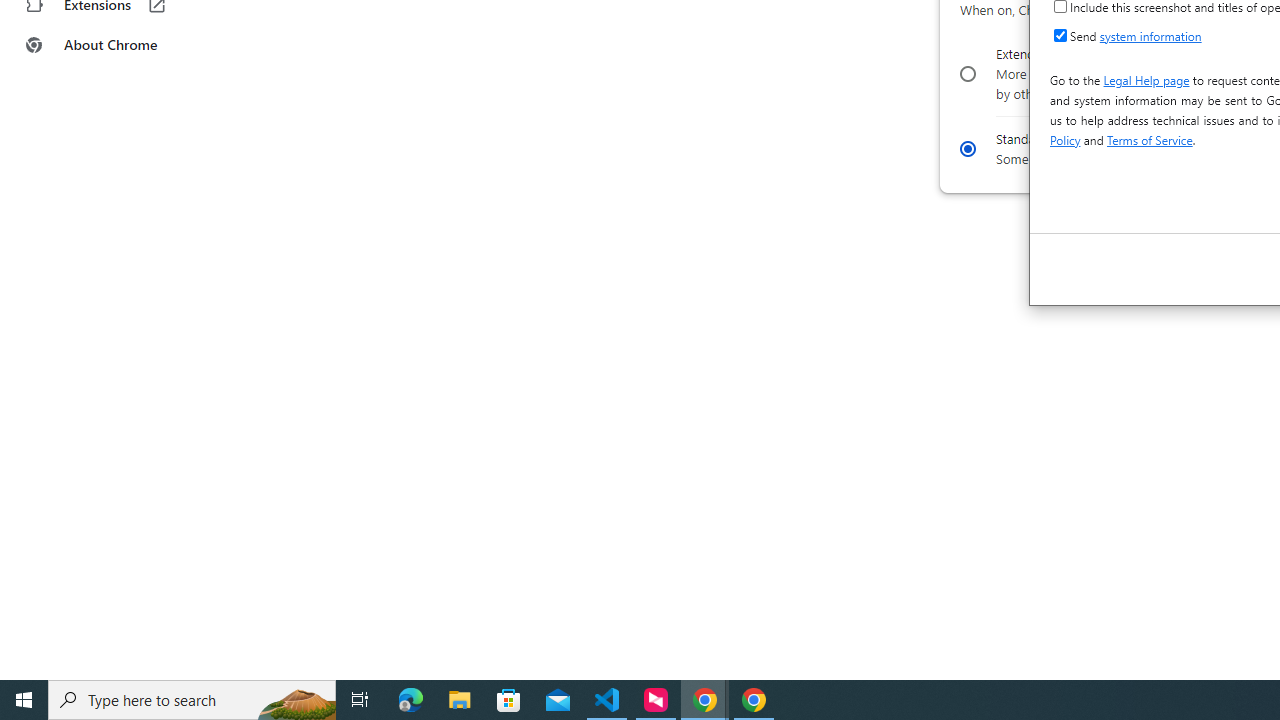 This screenshot has height=720, width=1280. Describe the element at coordinates (24, 698) in the screenshot. I see `'Start'` at that location.